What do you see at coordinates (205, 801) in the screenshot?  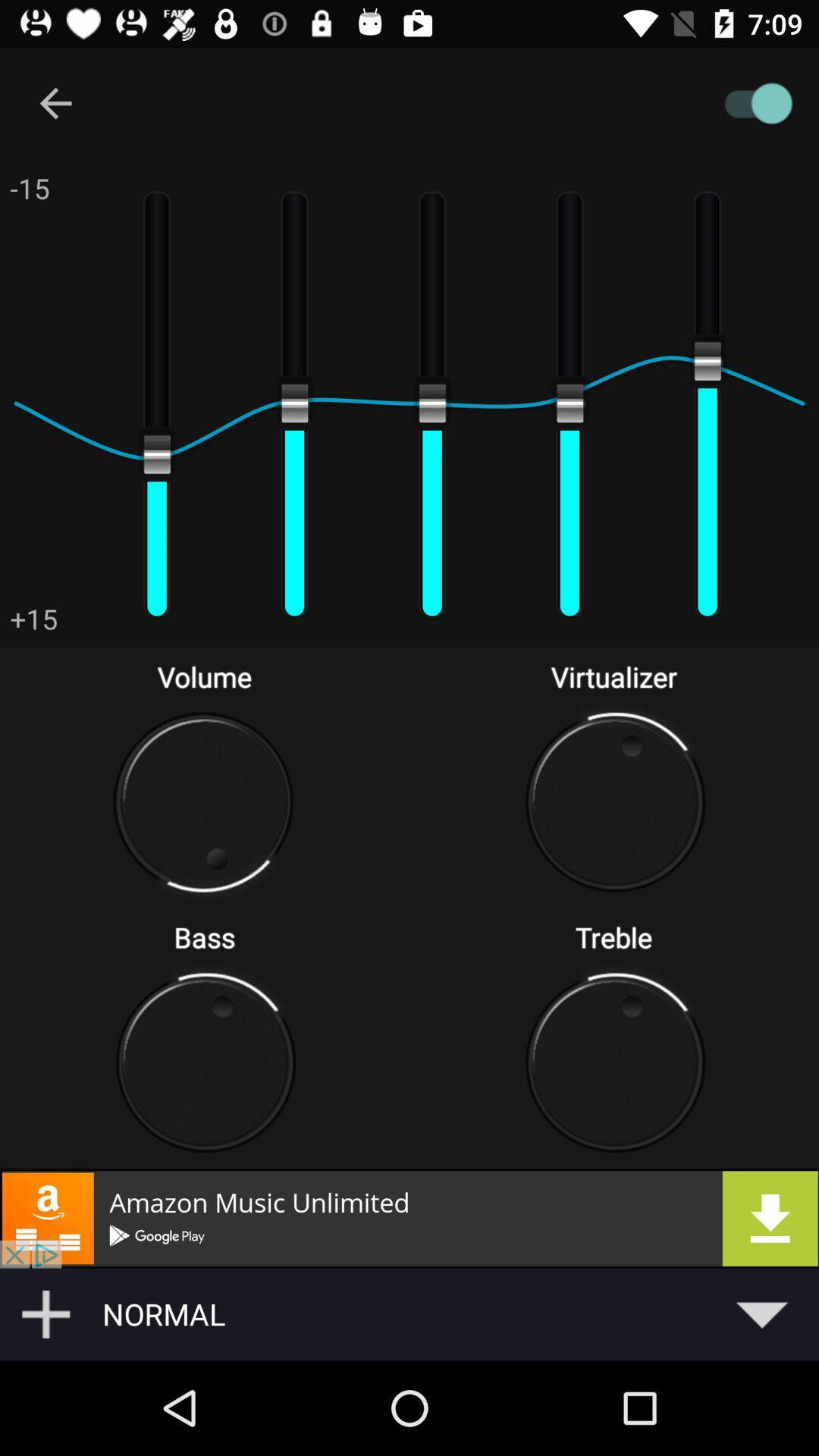 I see `the volume button` at bounding box center [205, 801].